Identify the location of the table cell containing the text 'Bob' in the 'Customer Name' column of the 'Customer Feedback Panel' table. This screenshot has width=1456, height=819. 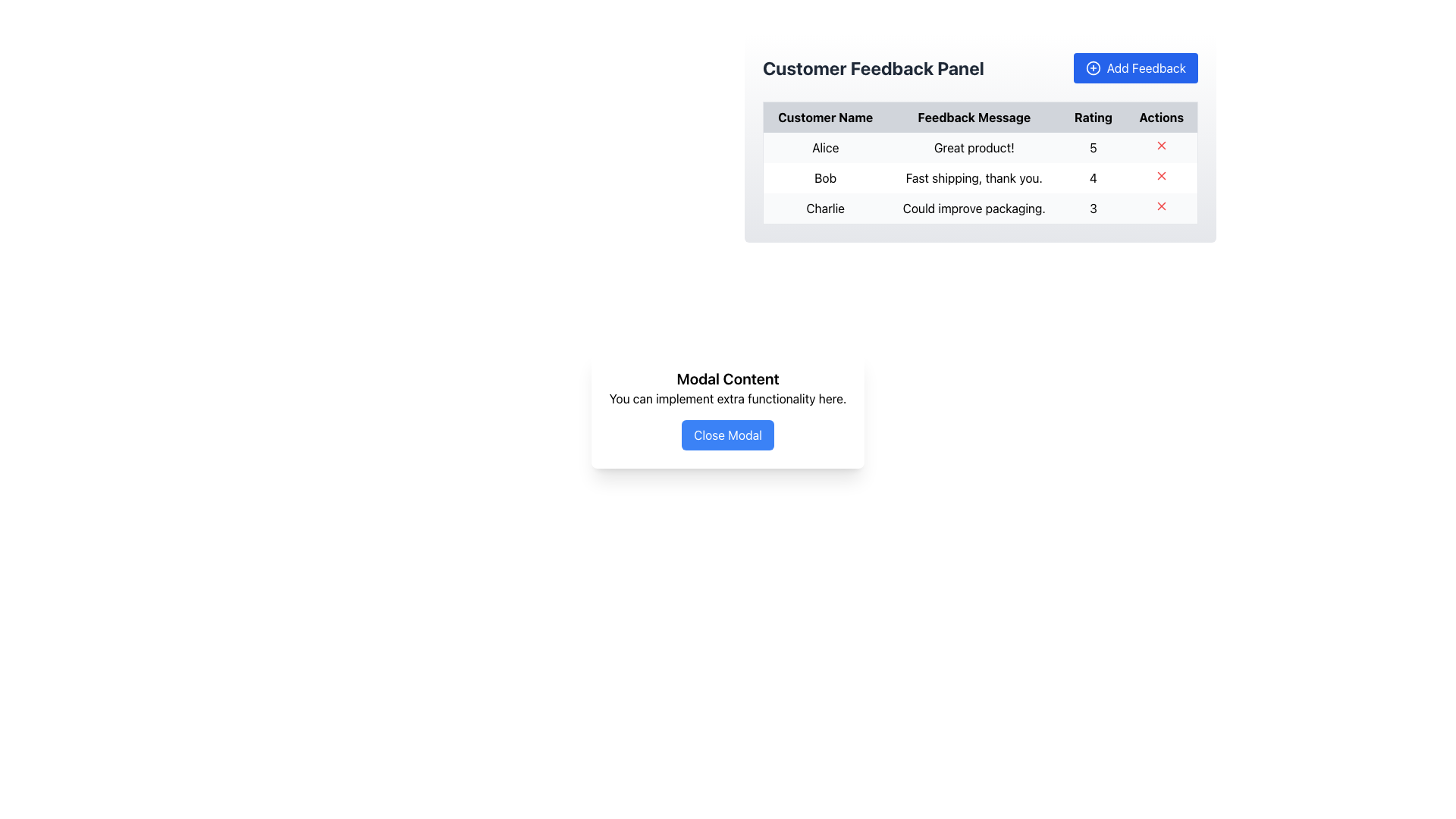
(824, 177).